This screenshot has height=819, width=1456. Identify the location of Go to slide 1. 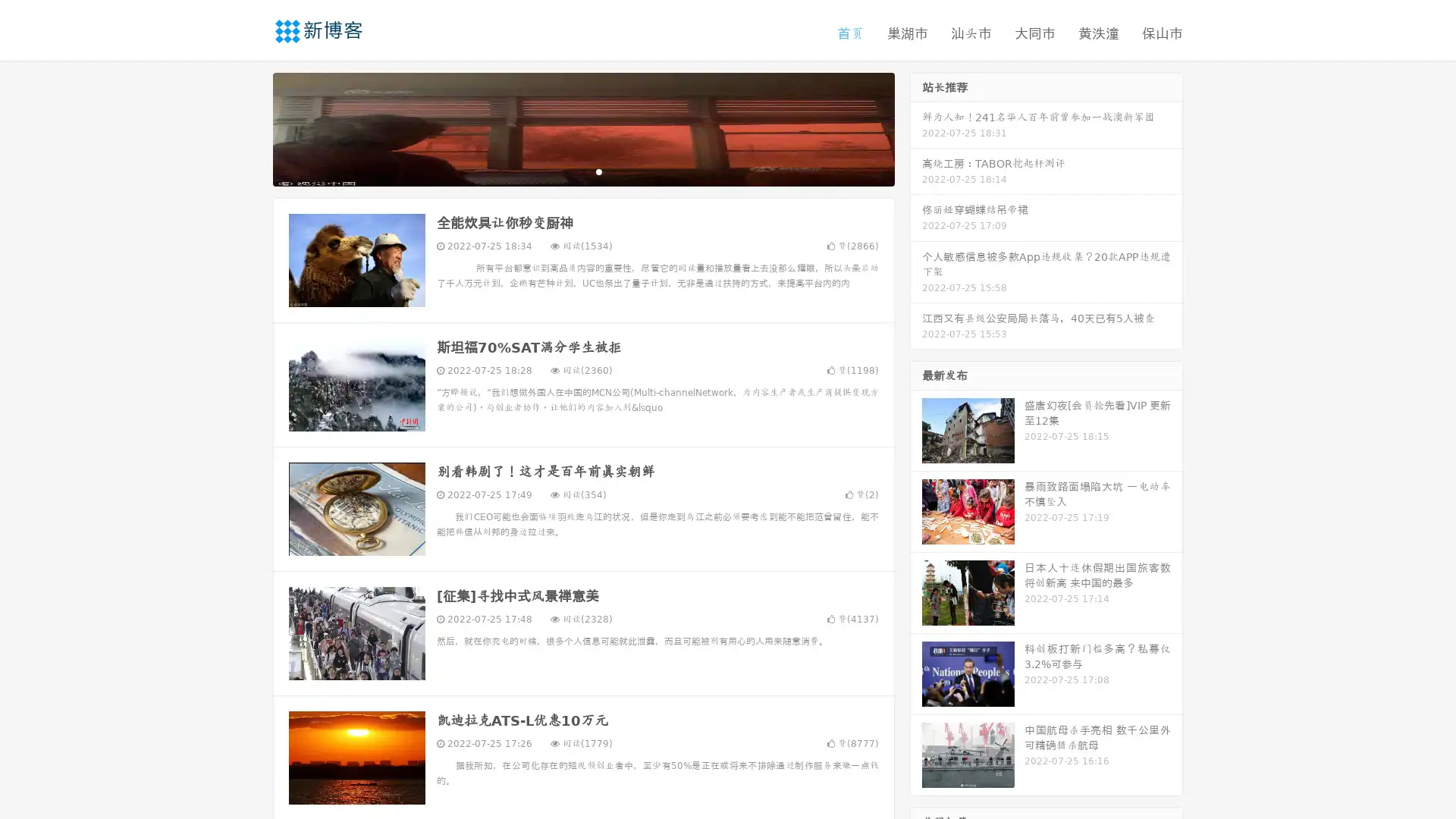
(567, 171).